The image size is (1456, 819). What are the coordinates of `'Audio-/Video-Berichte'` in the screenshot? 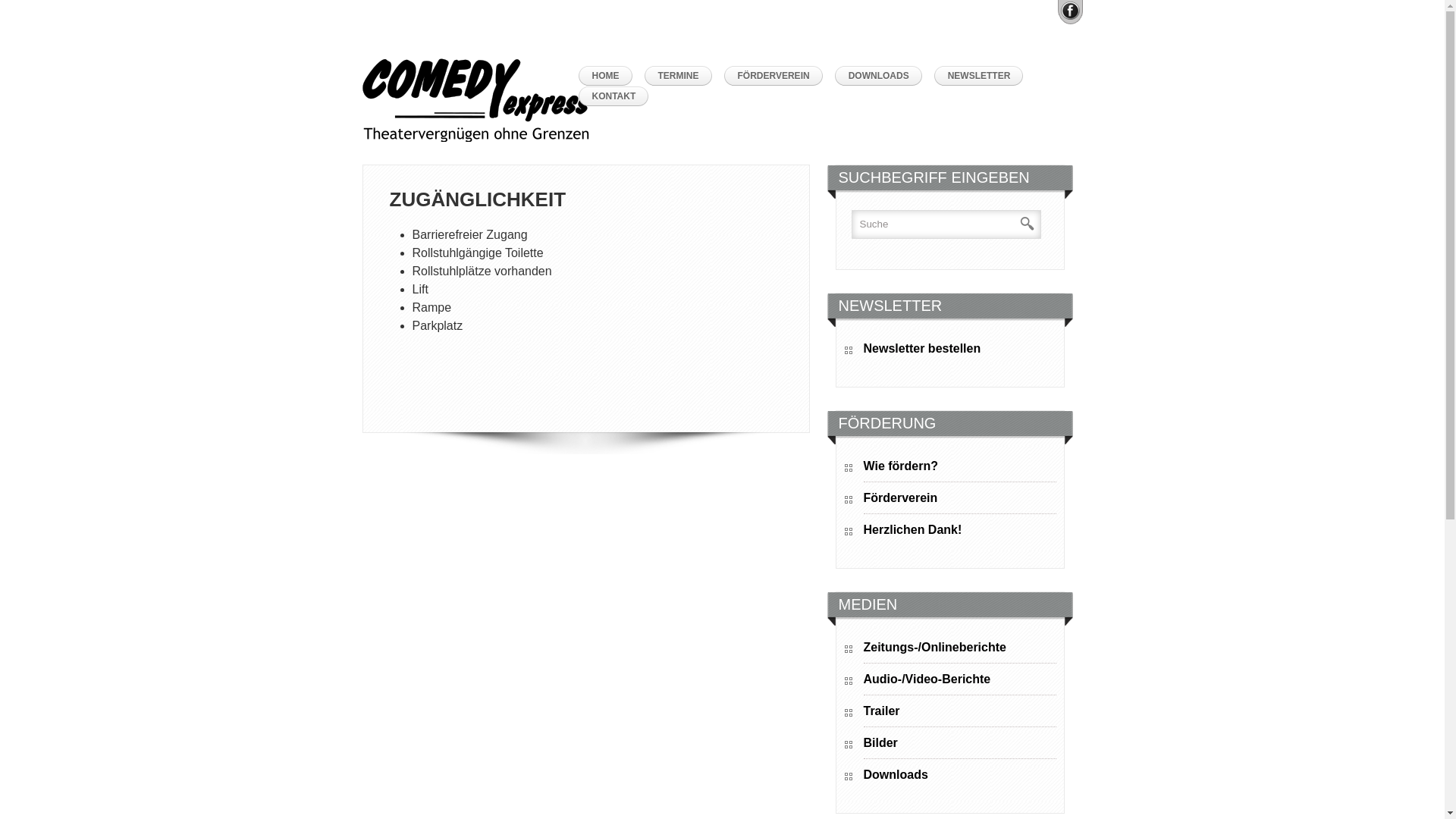 It's located at (862, 681).